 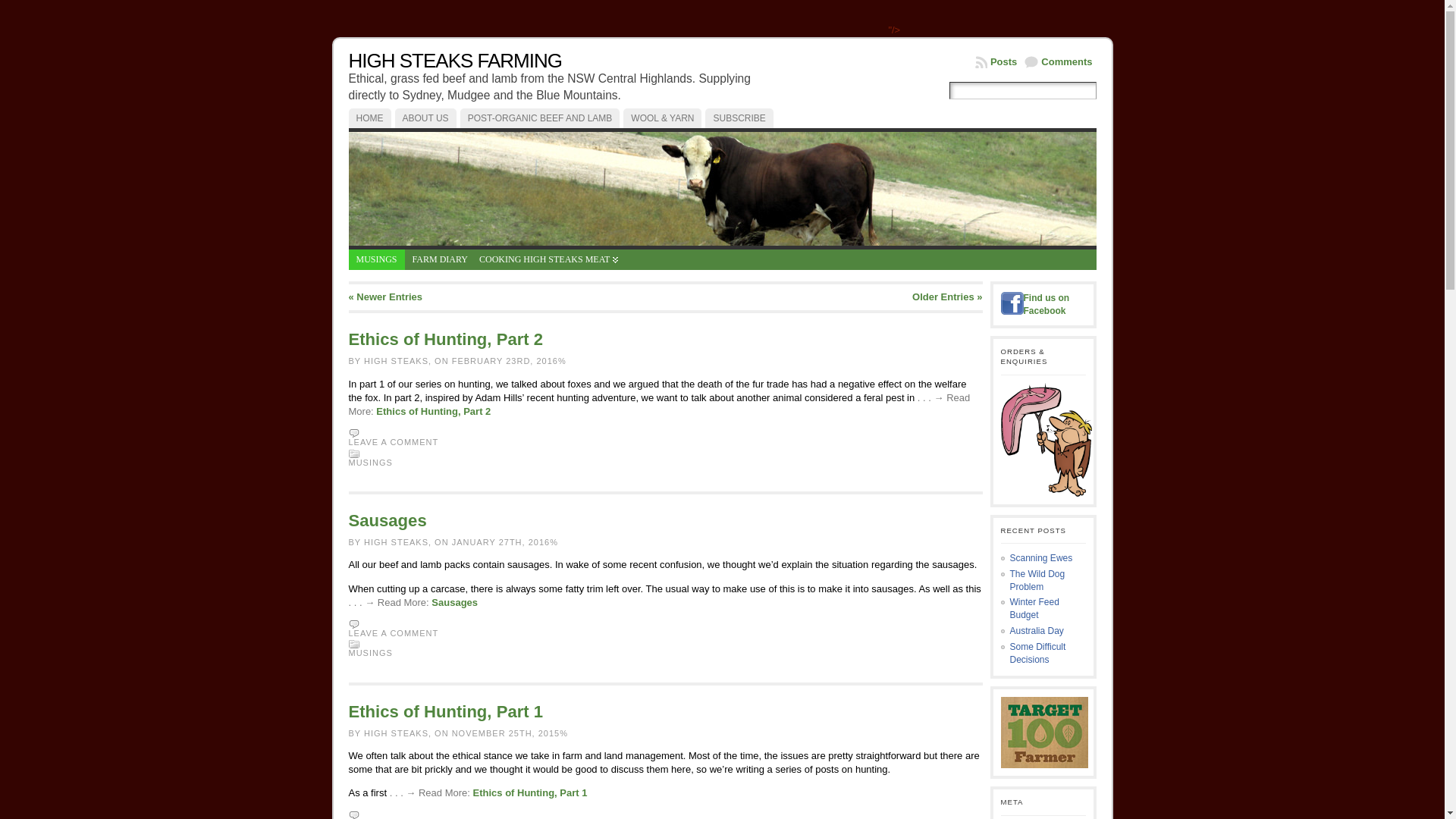 What do you see at coordinates (348, 711) in the screenshot?
I see `'Ethics of Hunting, Part 1'` at bounding box center [348, 711].